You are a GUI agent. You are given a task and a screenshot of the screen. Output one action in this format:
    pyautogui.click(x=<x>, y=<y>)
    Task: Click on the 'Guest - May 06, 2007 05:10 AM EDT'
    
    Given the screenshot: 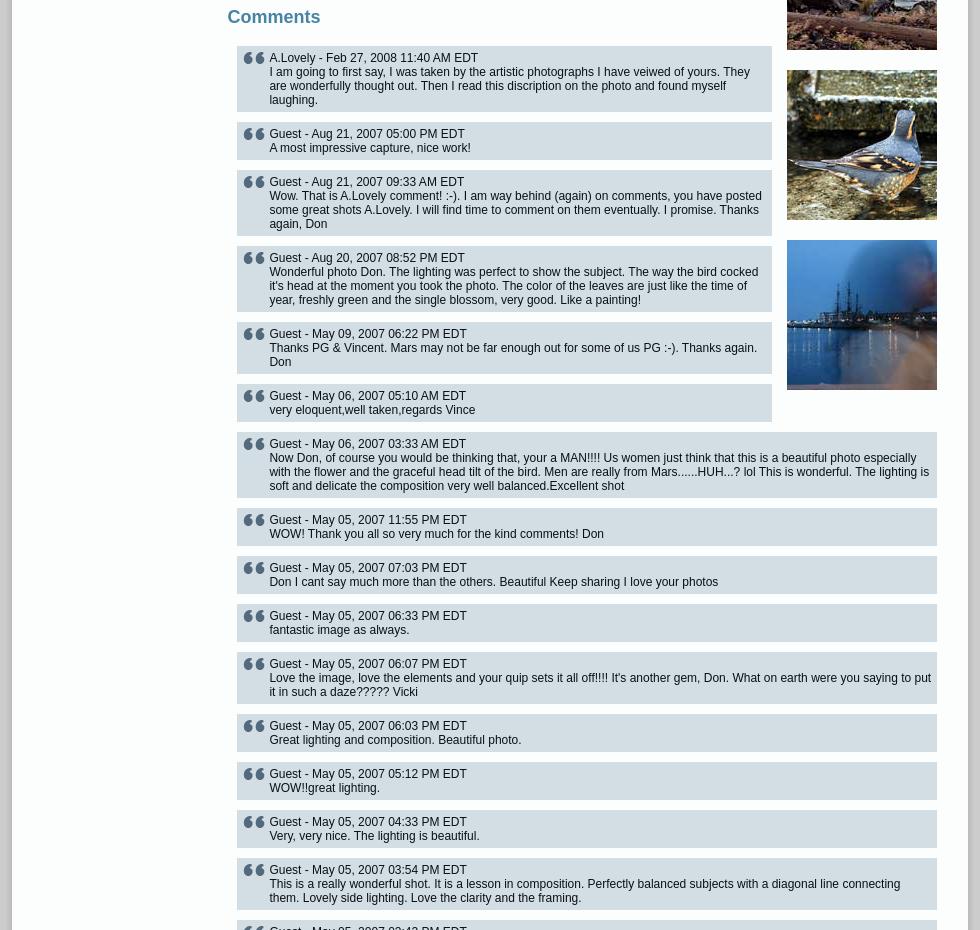 What is the action you would take?
    pyautogui.click(x=367, y=395)
    